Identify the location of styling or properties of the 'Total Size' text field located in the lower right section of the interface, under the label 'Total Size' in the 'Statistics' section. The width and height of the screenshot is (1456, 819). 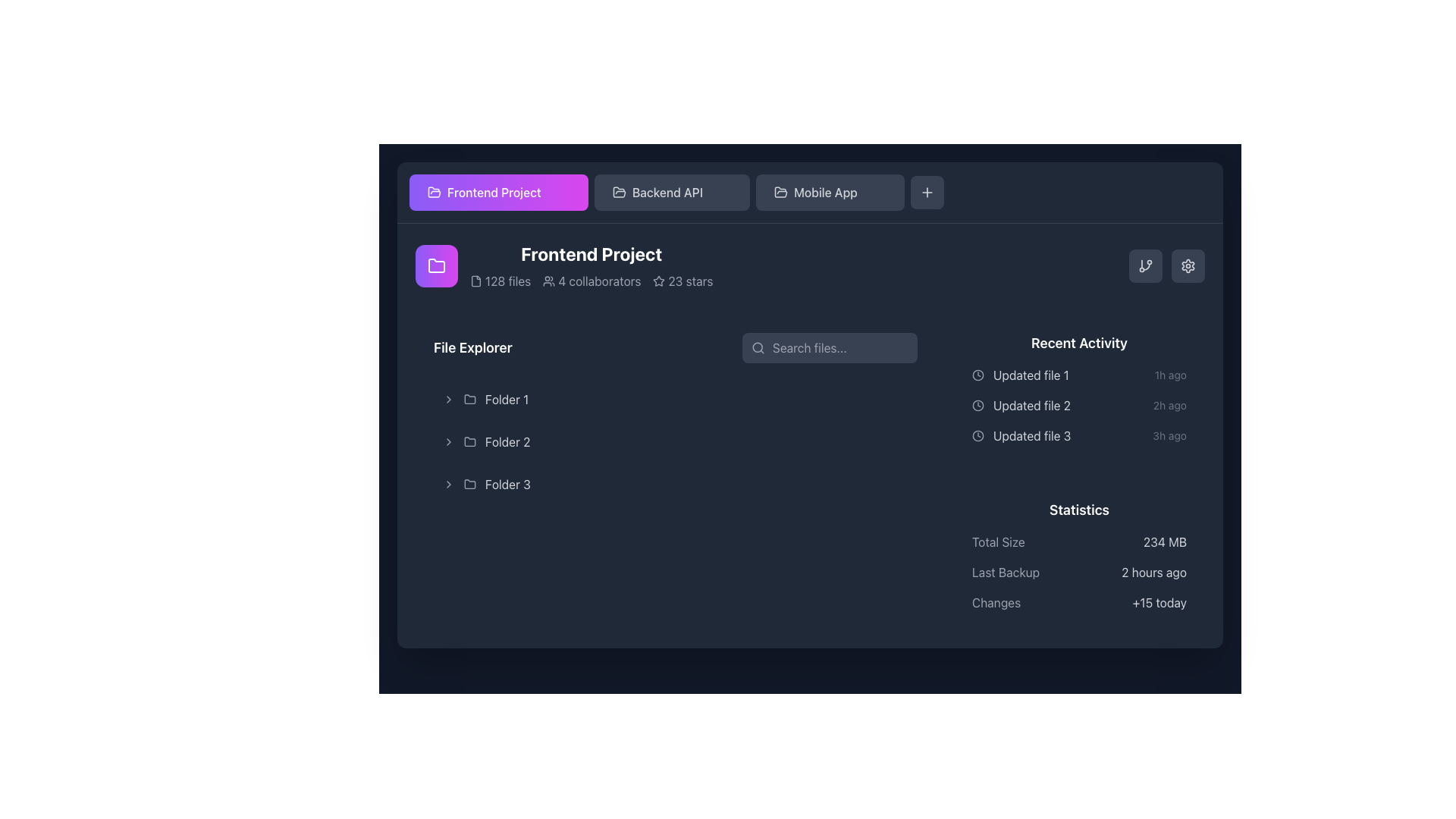
(1164, 541).